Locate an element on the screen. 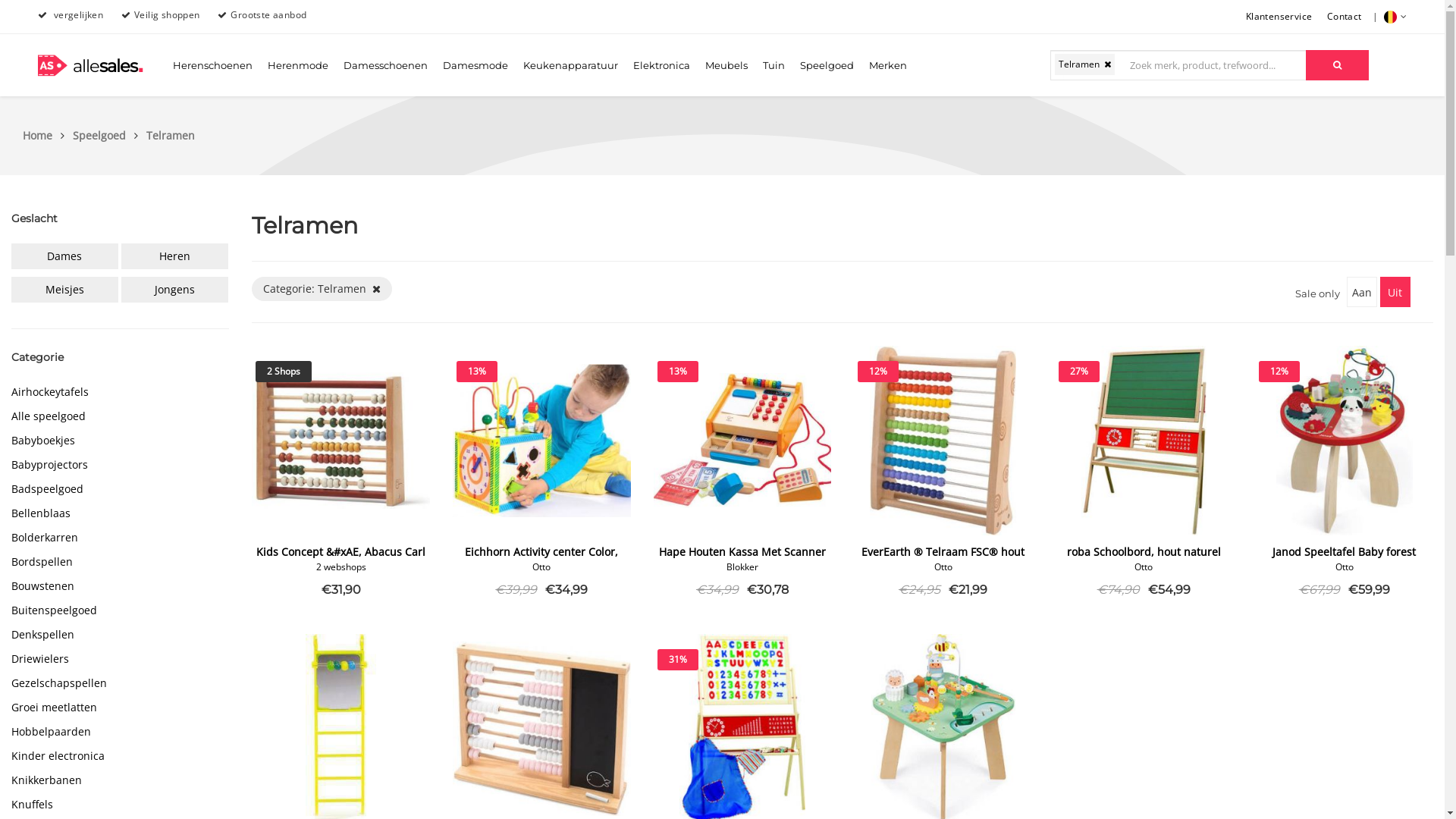  'allesales.' is located at coordinates (90, 73).